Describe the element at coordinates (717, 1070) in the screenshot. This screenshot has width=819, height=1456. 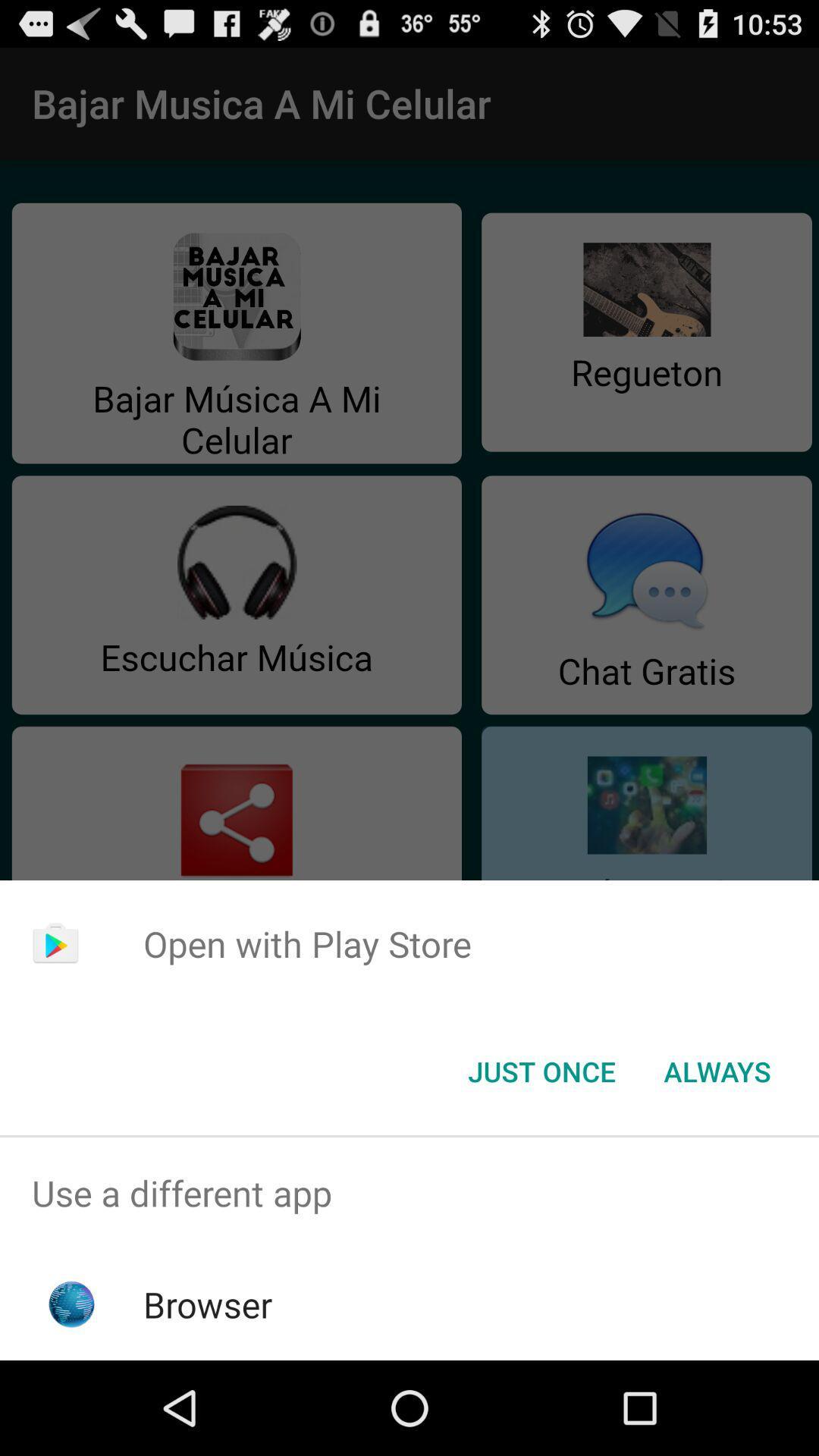
I see `the item at the bottom right corner` at that location.